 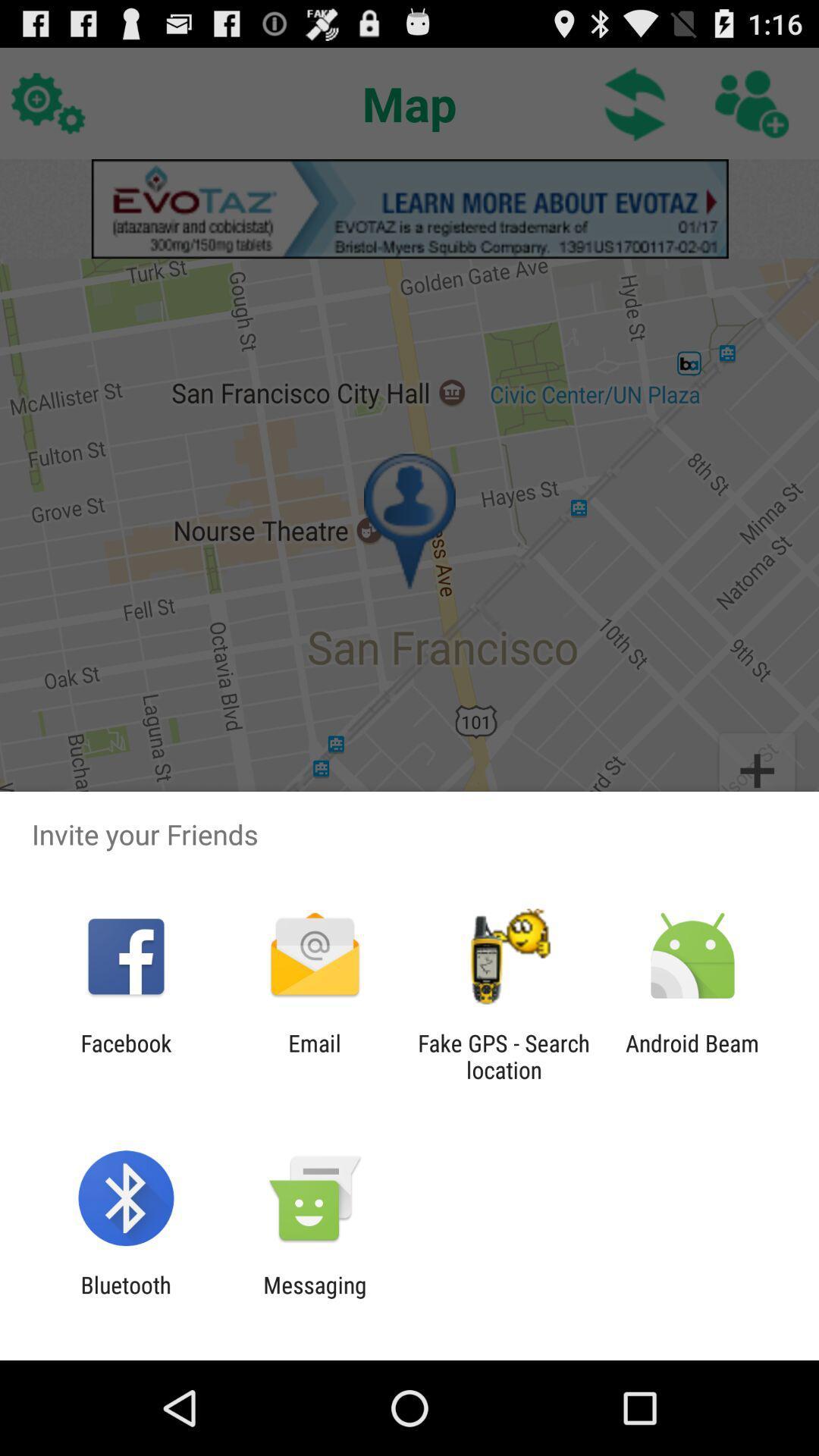 I want to click on the item next to the email item, so click(x=125, y=1056).